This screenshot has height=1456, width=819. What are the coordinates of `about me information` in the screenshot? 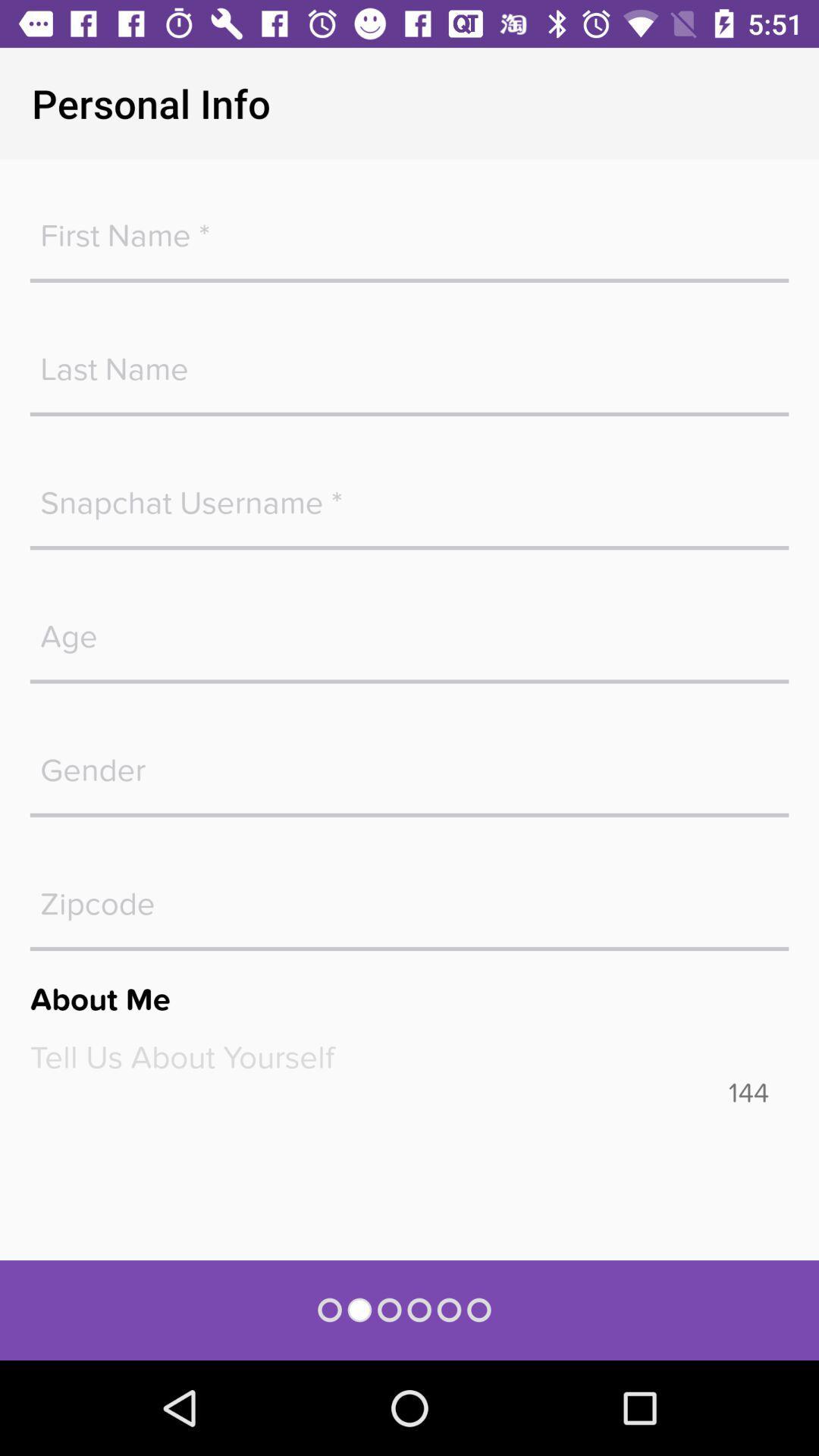 It's located at (409, 1057).